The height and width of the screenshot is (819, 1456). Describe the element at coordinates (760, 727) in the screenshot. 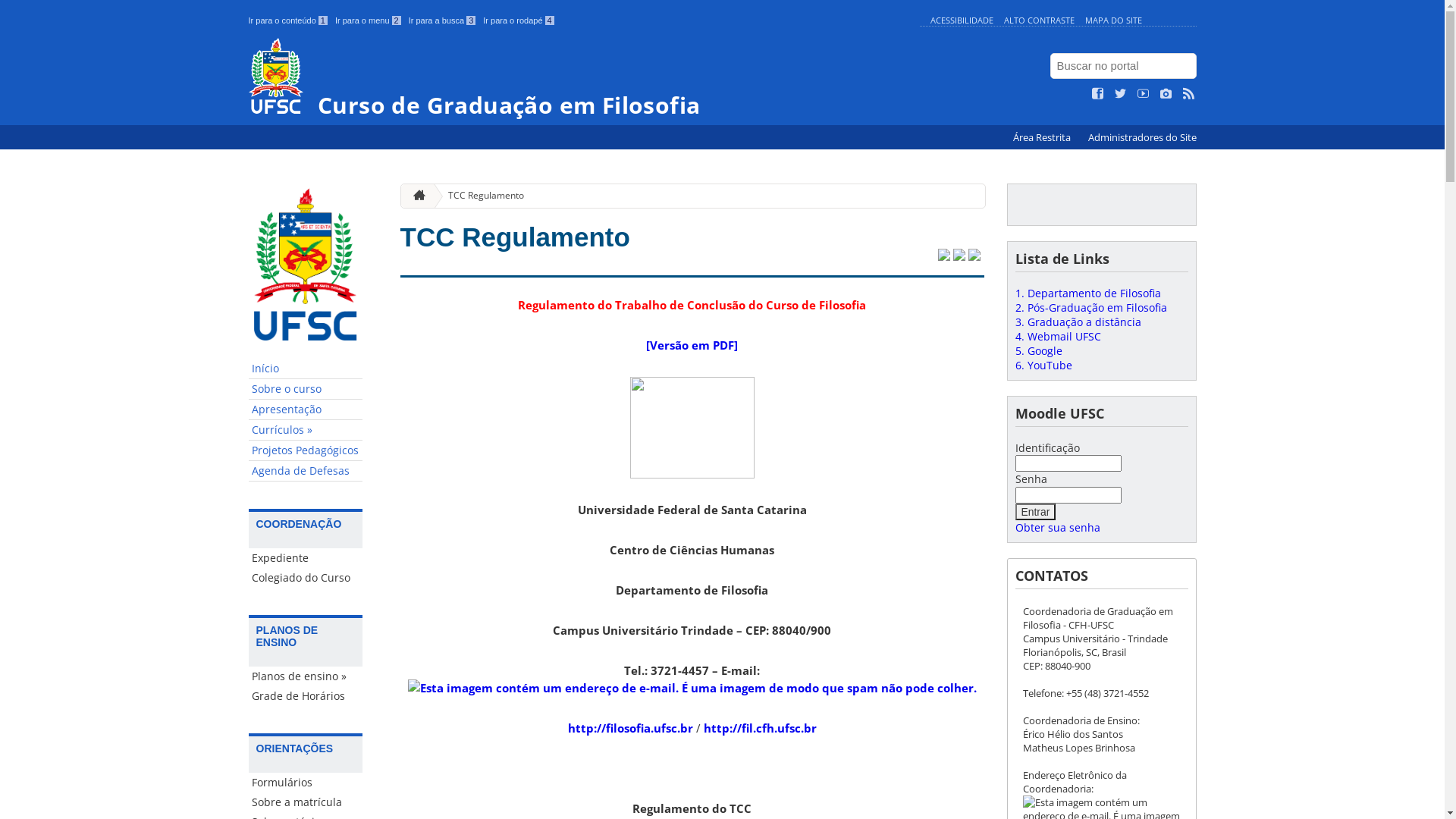

I see `'http://fil.cfh.ufsc.br'` at that location.